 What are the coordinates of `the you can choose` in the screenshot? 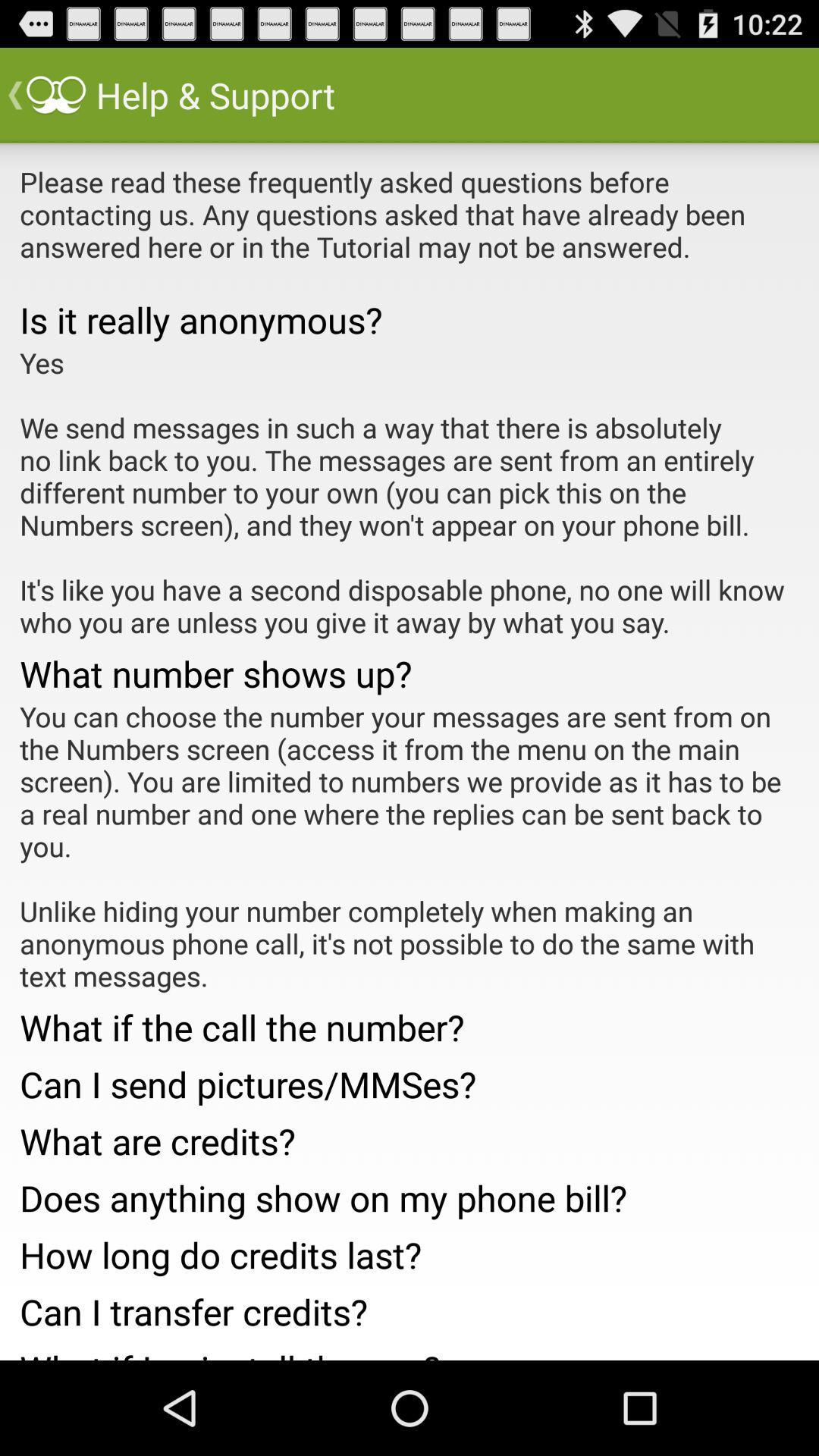 It's located at (409, 845).